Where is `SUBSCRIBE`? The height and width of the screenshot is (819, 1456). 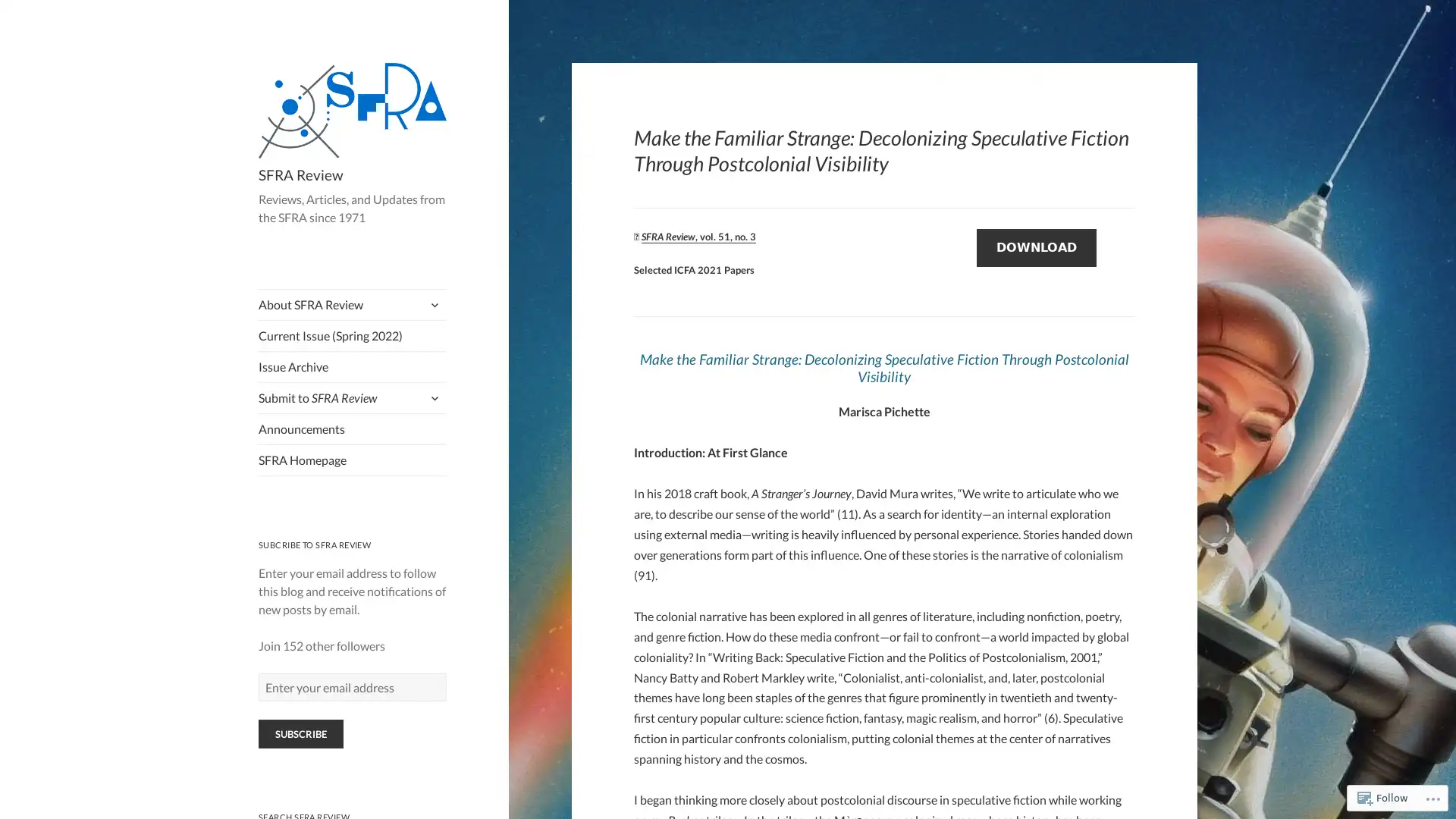 SUBSCRIBE is located at coordinates (300, 733).